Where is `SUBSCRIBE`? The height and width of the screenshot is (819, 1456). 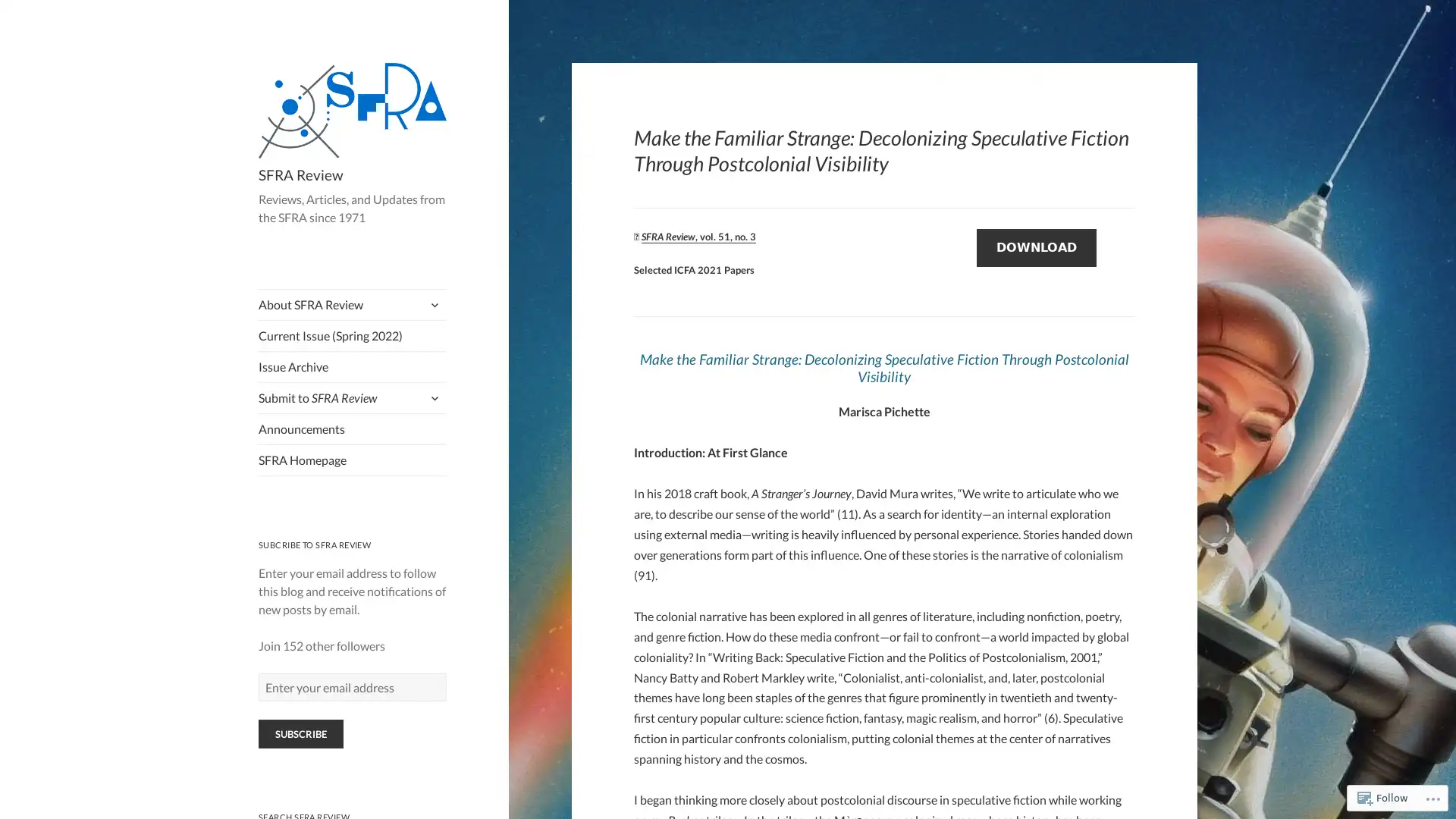 SUBSCRIBE is located at coordinates (300, 733).